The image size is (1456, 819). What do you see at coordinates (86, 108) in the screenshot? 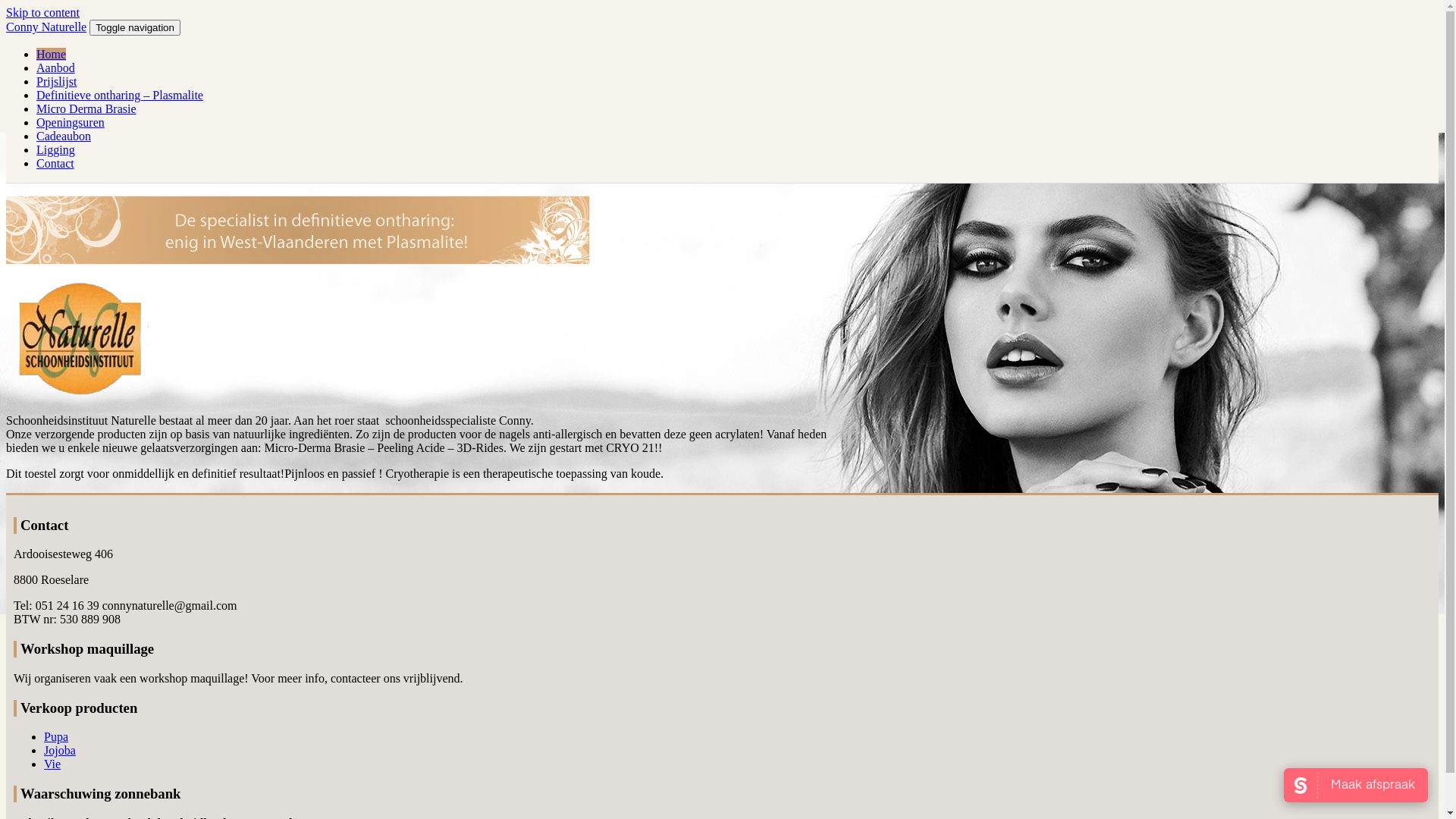
I see `'Micro Derma Brasie'` at bounding box center [86, 108].